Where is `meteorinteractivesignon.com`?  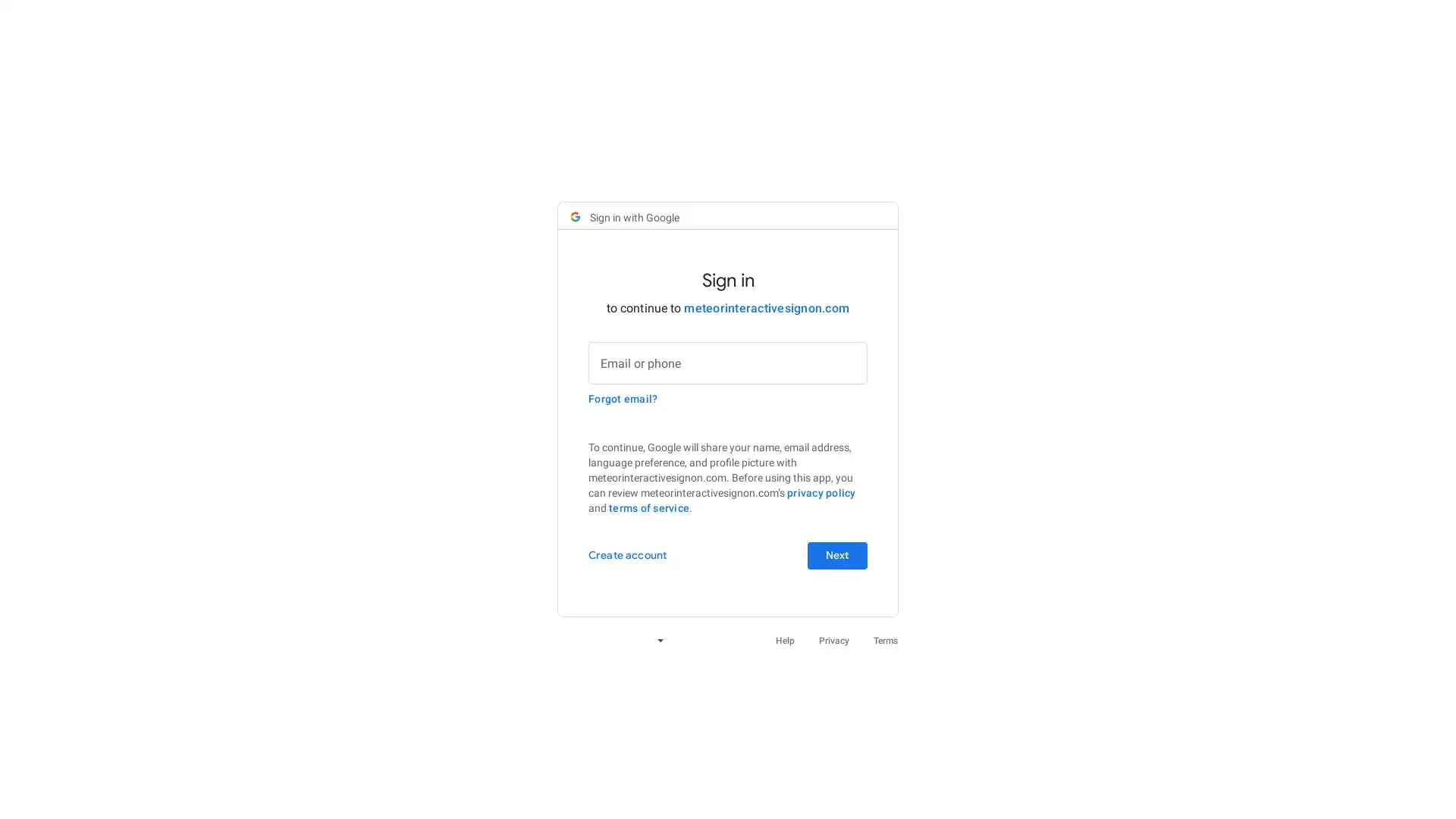 meteorinteractivesignon.com is located at coordinates (767, 307).